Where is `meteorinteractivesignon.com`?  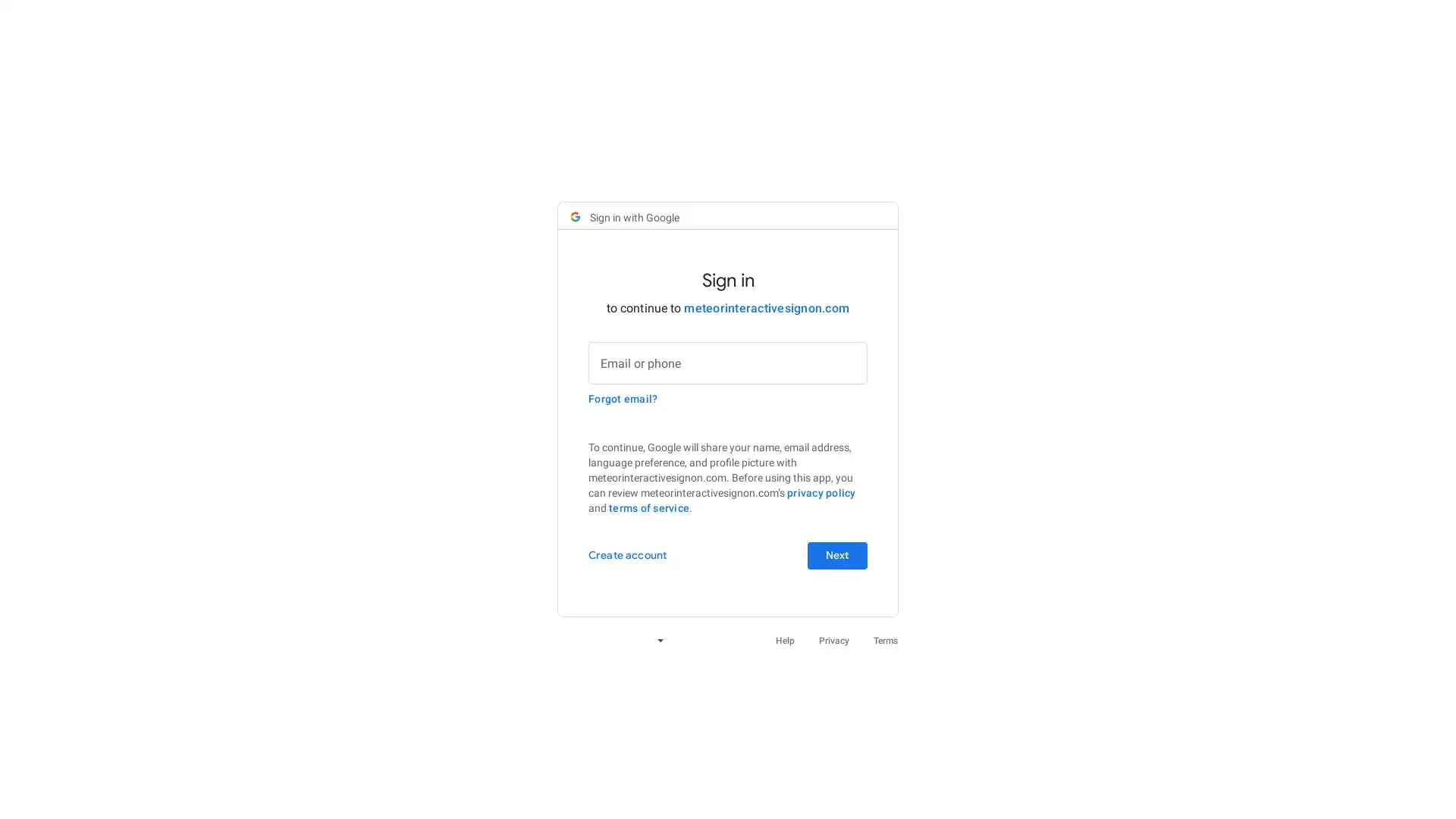 meteorinteractivesignon.com is located at coordinates (767, 307).